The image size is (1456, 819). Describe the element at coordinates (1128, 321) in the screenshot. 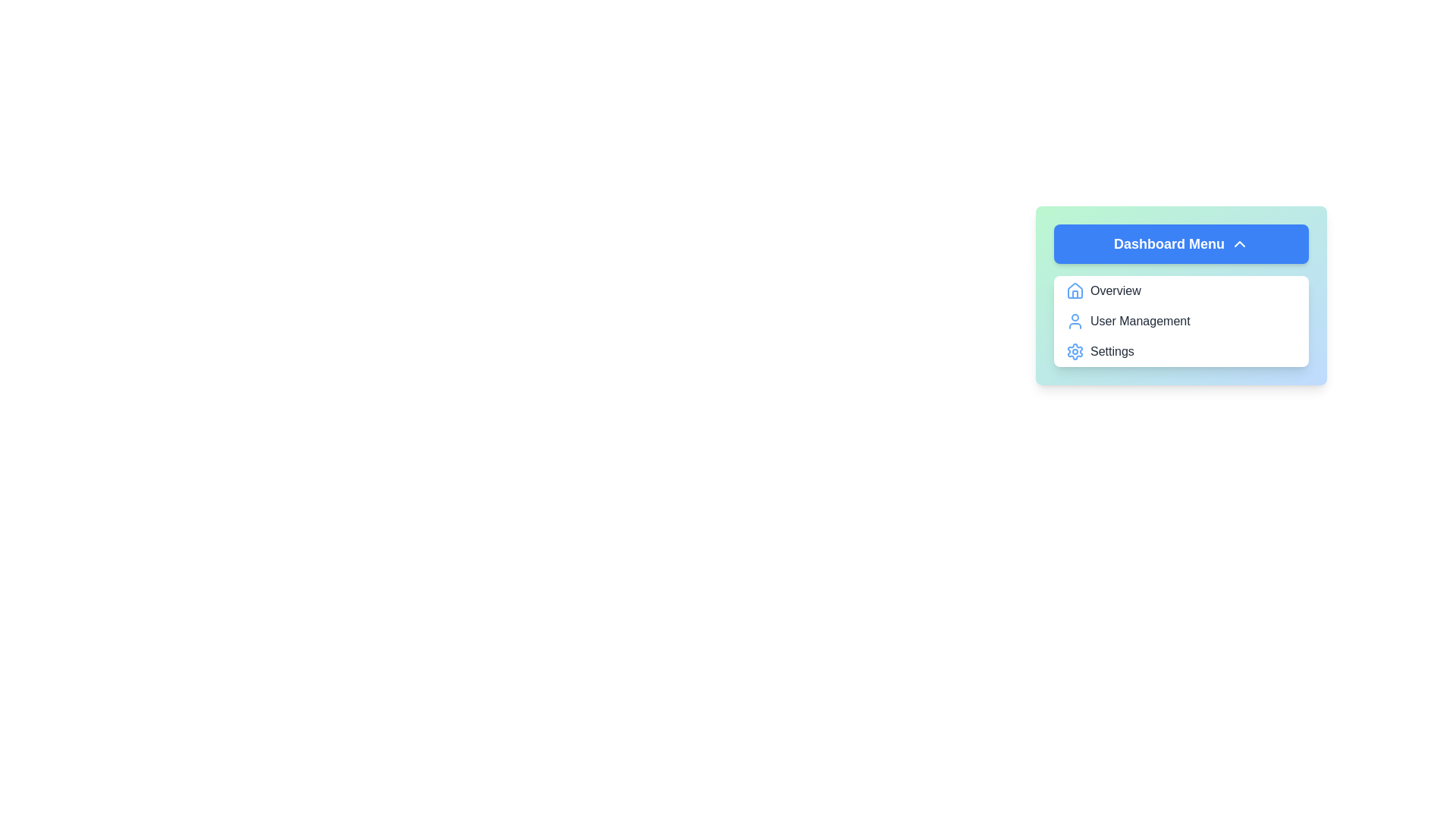

I see `the menu item User Management from the Dashboard Menu` at that location.